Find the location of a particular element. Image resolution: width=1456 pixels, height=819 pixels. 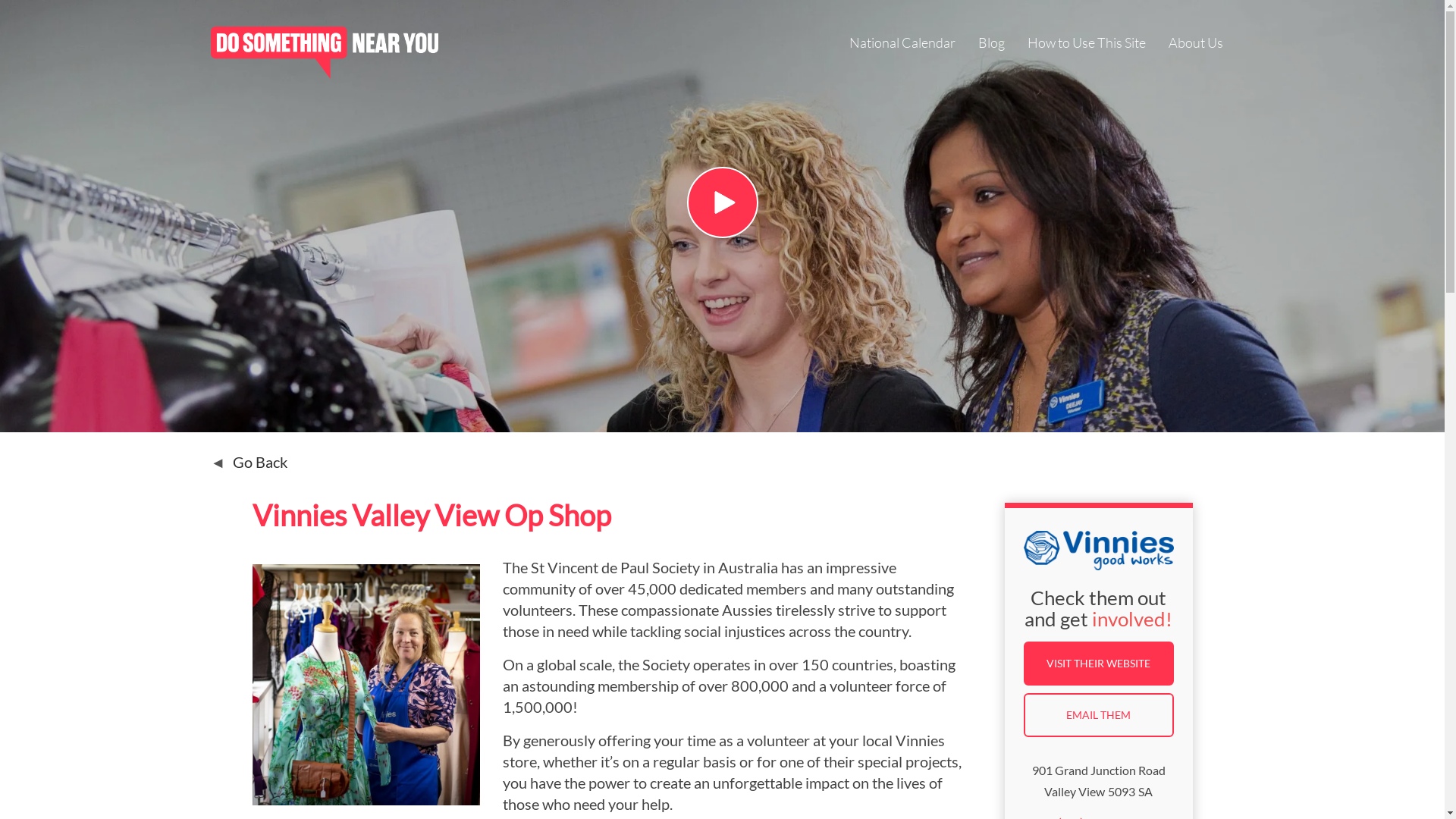

'How to Use This Site' is located at coordinates (1084, 43).